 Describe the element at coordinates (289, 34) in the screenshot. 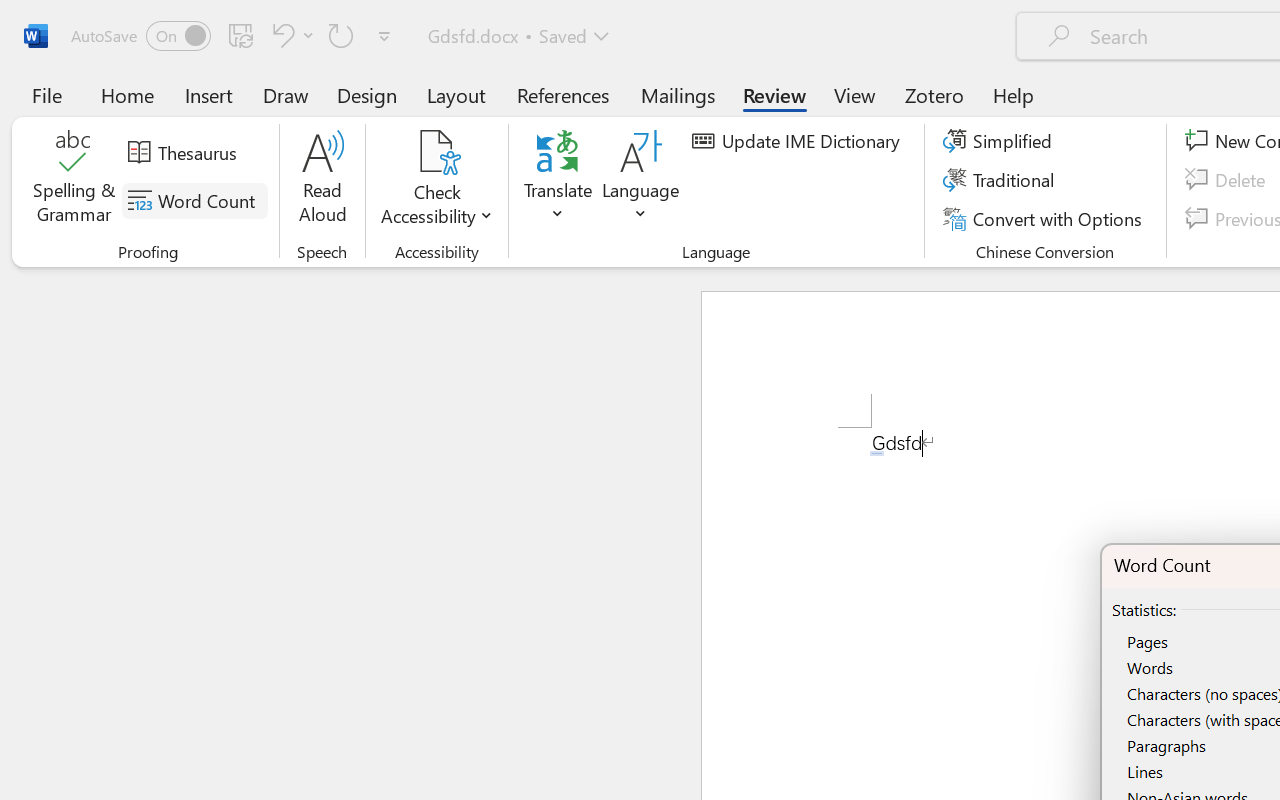

I see `'Undo AutoCorrect'` at that location.